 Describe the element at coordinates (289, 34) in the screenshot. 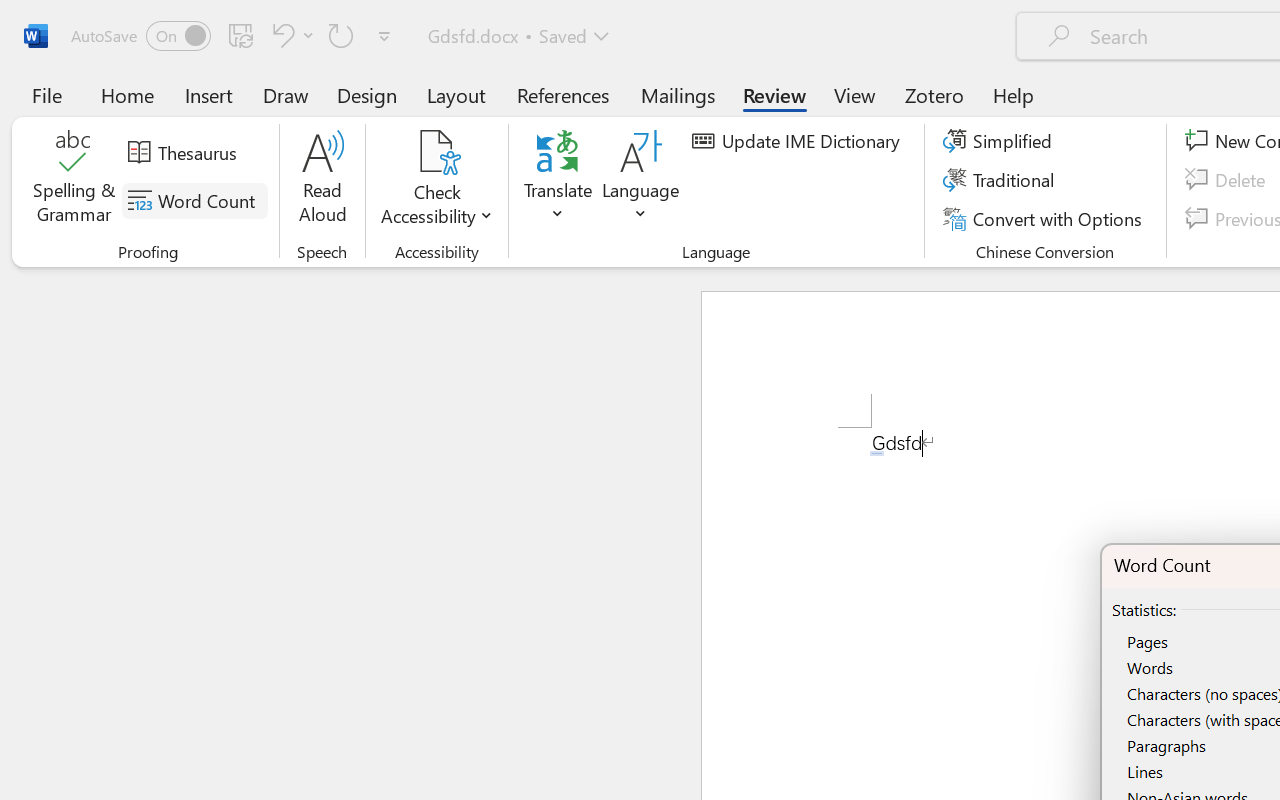

I see `'Undo AutoCorrect'` at that location.